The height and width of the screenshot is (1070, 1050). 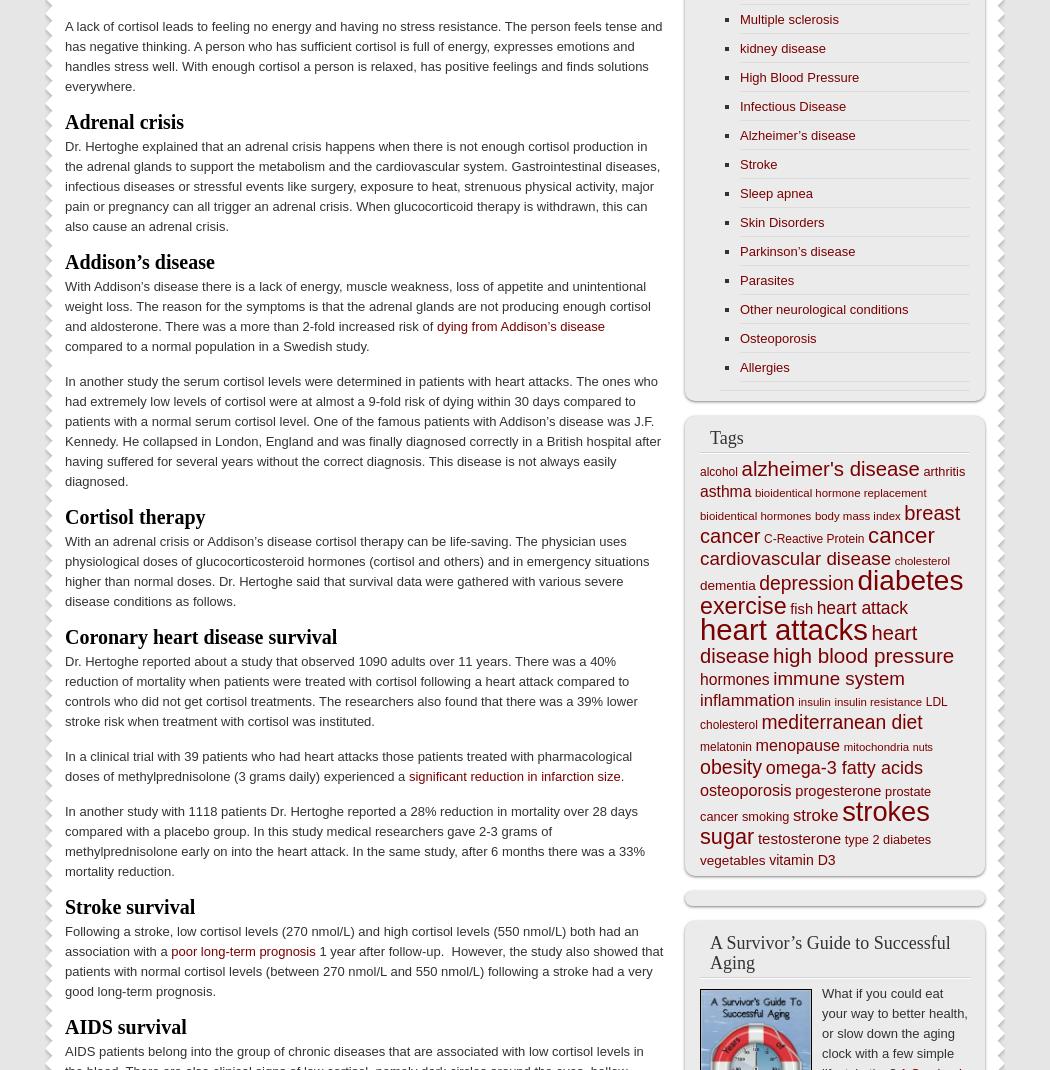 I want to click on 'vegetables', so click(x=700, y=860).